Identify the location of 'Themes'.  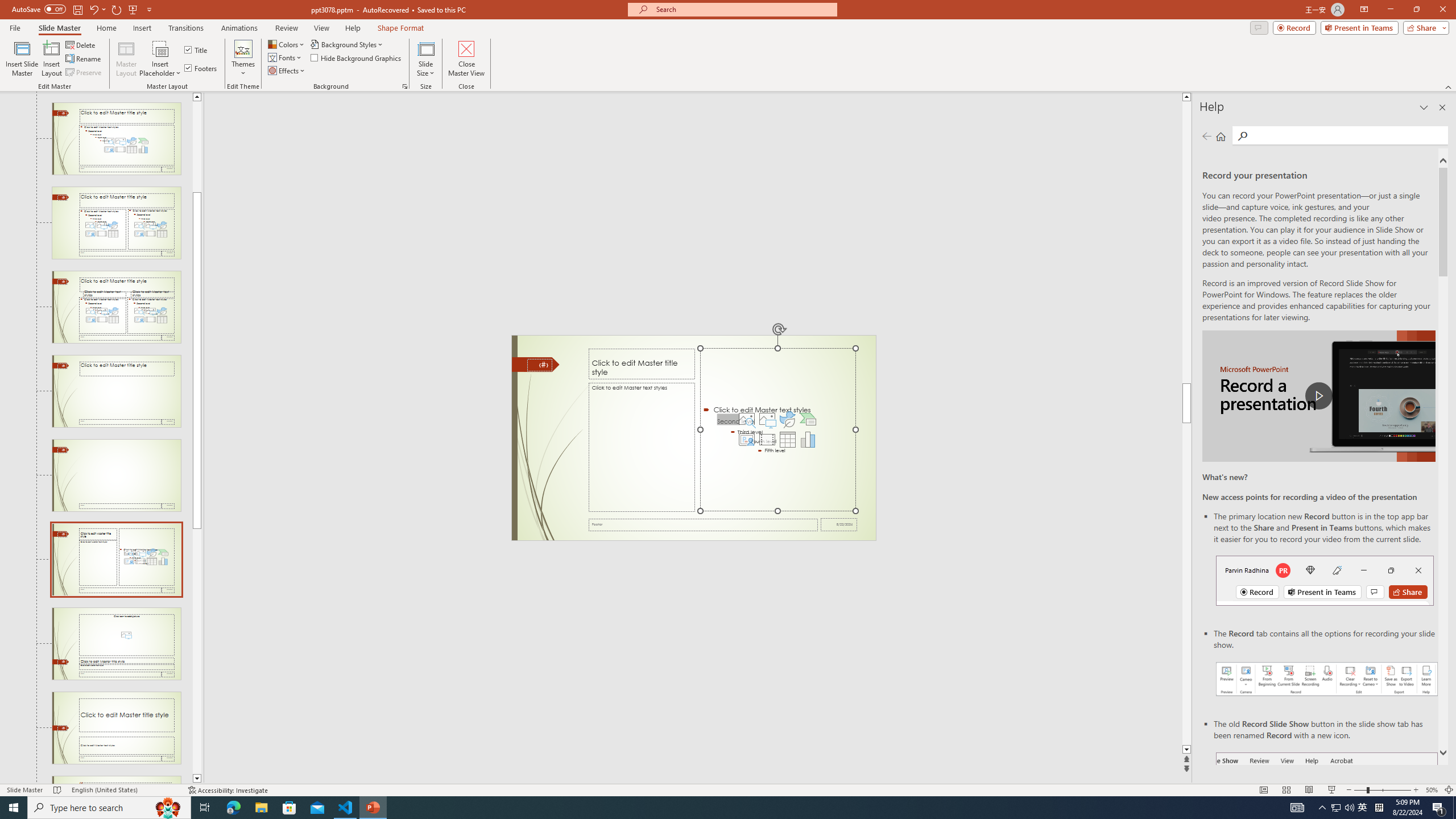
(243, 59).